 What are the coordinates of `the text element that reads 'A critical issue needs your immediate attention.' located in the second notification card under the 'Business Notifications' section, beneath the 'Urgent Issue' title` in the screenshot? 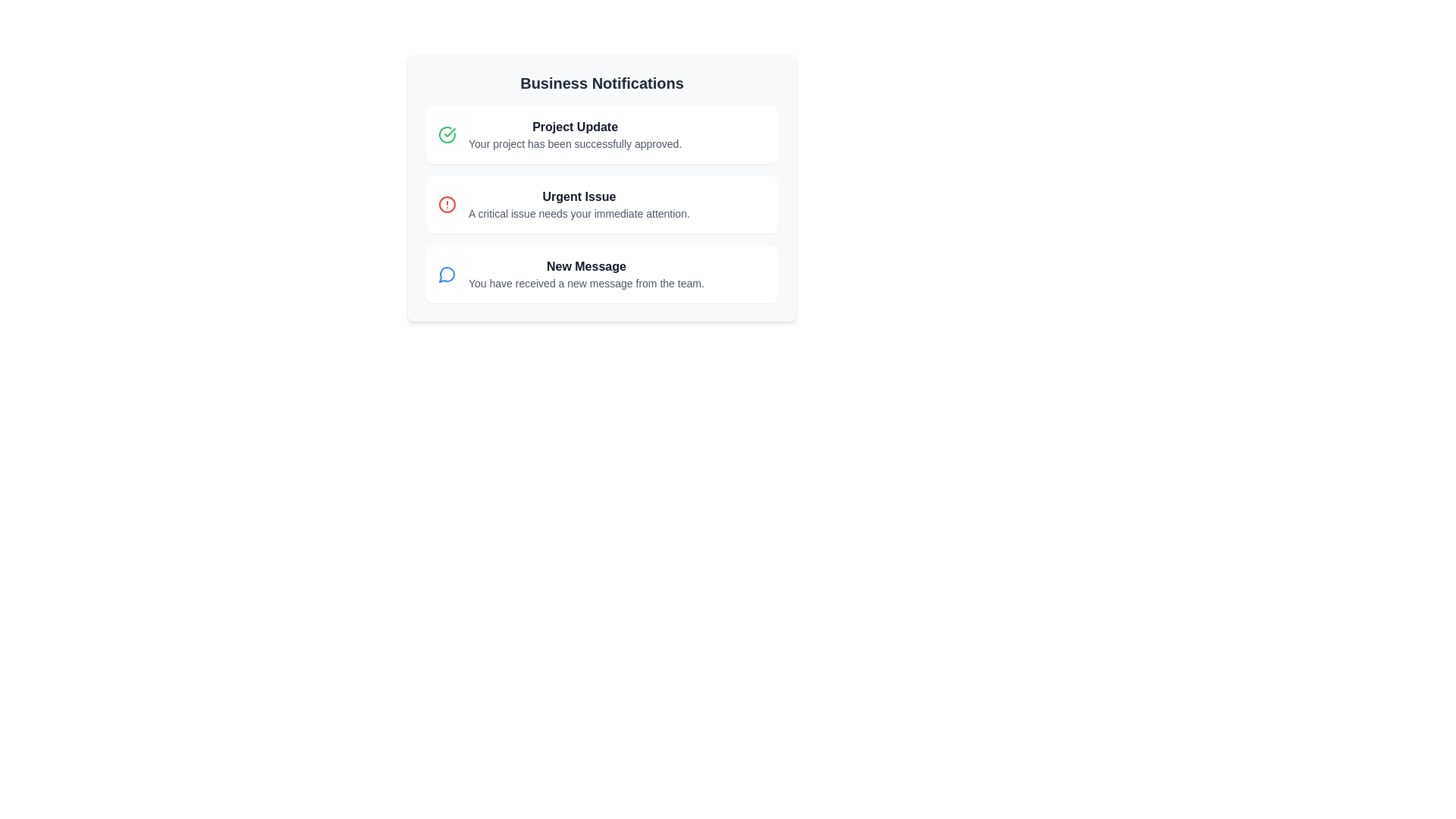 It's located at (578, 213).